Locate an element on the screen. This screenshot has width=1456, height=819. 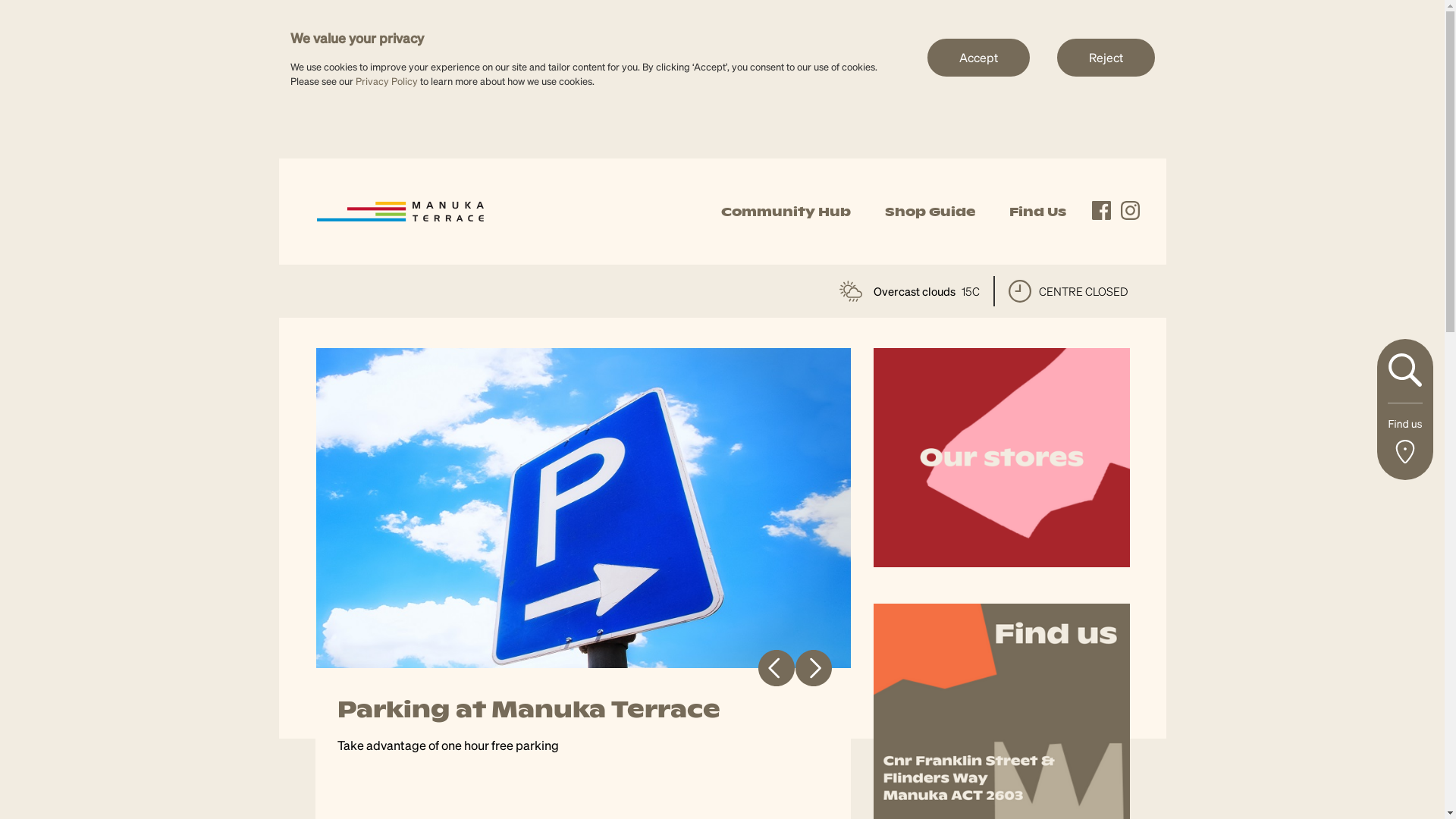
'facebook' is located at coordinates (1101, 210).